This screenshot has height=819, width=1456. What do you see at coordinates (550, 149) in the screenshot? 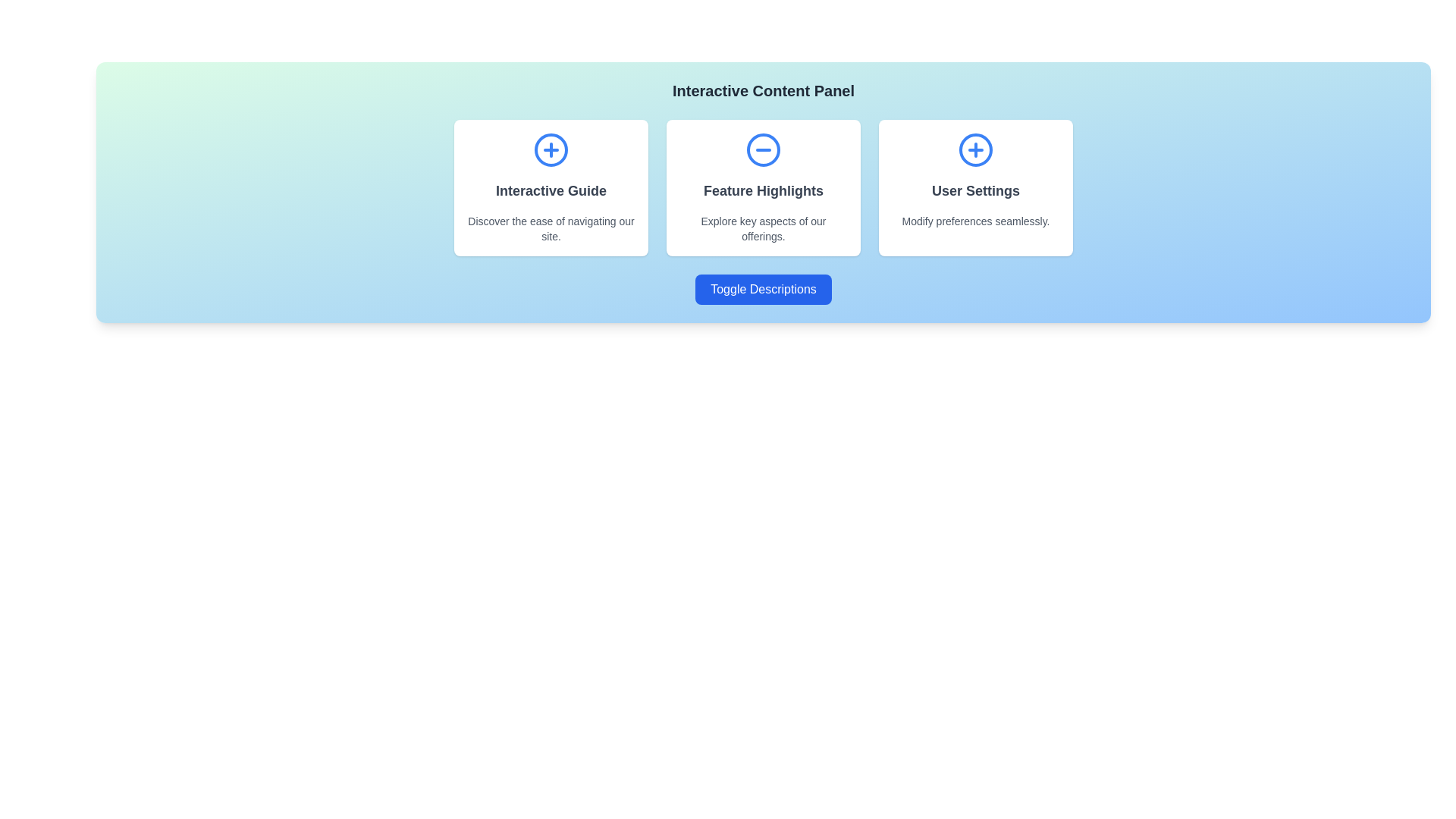
I see `the circular icon with a plus sign located in the 'Interactive Guide' card, centrally positioned above the card title` at bounding box center [550, 149].